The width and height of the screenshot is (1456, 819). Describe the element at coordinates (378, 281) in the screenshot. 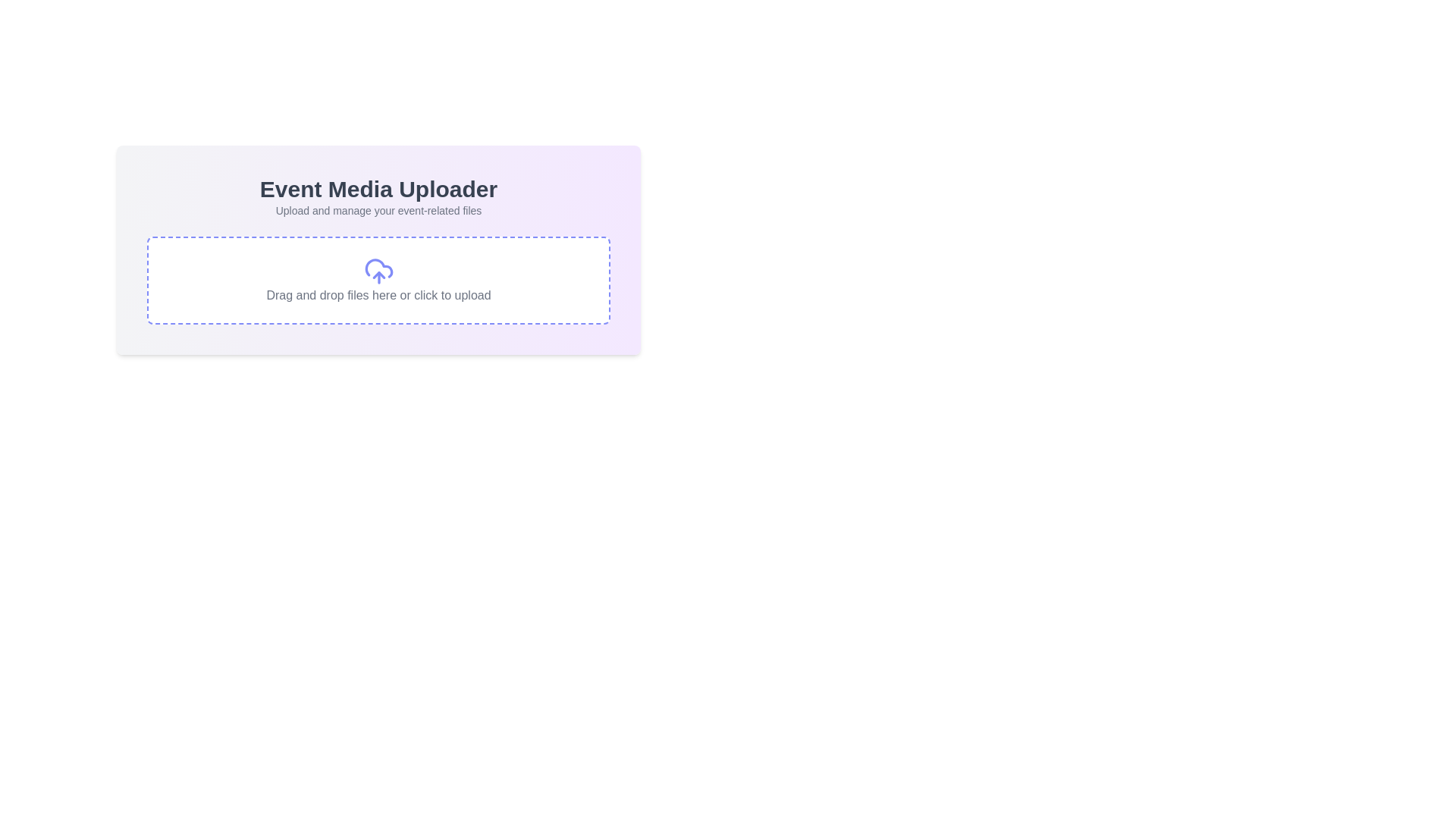

I see `the file upload interface component, which is a rectangular section with a dashed purple border, a cloud upload icon, and the text 'Drag and drop files here or click to upload'` at that location.